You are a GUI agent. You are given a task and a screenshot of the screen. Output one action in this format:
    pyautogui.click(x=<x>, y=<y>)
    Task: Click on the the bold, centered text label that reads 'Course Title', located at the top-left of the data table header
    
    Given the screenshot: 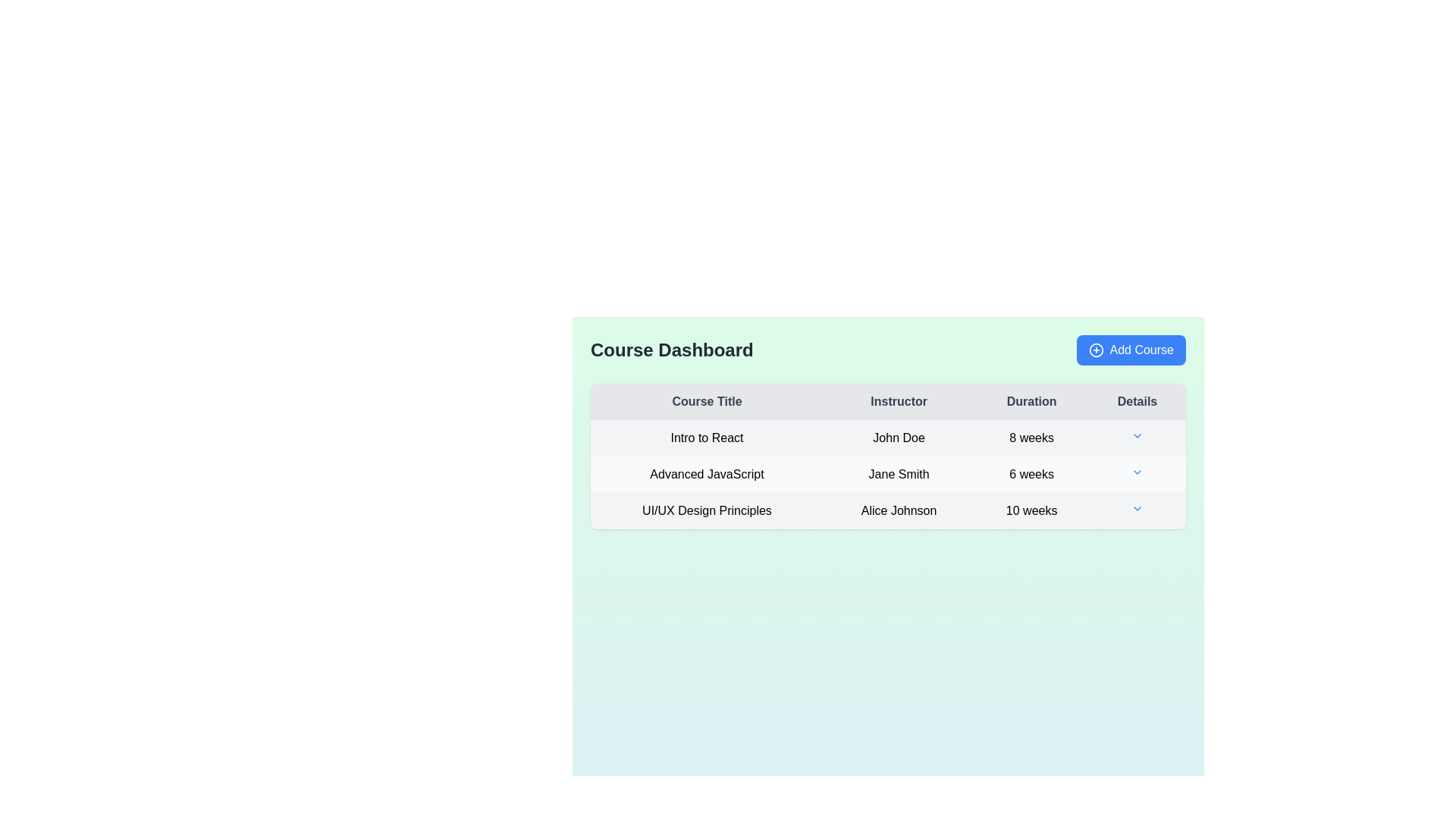 What is the action you would take?
    pyautogui.click(x=706, y=400)
    